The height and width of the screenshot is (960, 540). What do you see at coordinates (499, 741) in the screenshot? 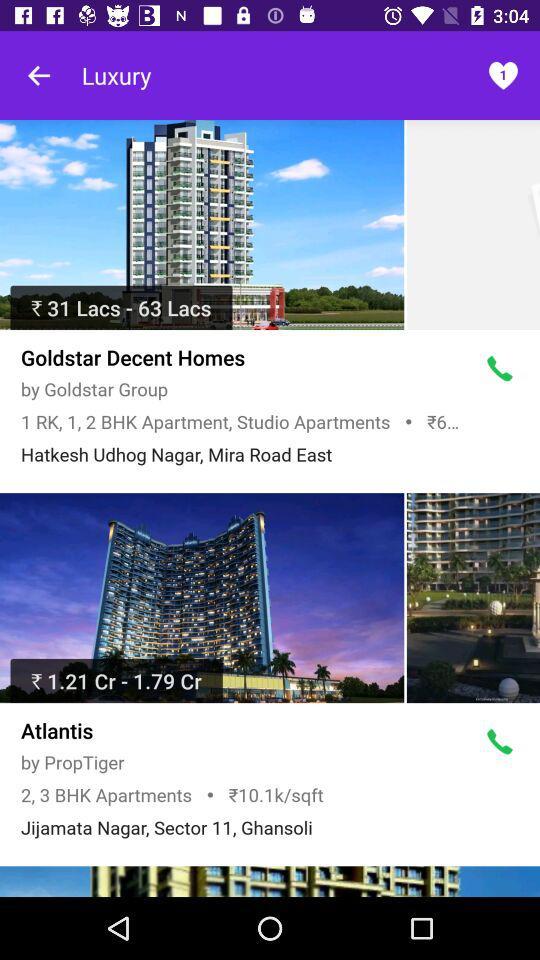
I see `call business` at bounding box center [499, 741].